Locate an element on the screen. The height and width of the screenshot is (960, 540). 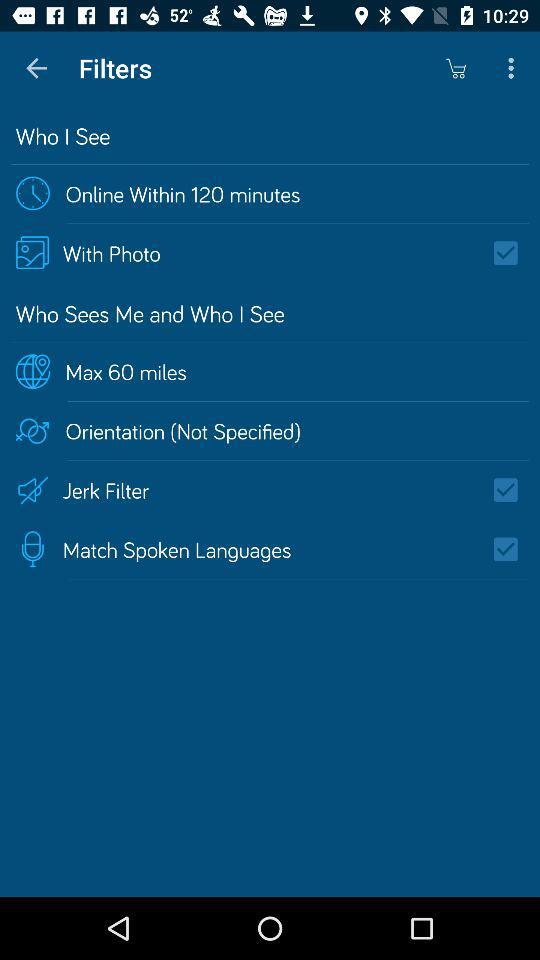
with photo option is located at coordinates (512, 252).